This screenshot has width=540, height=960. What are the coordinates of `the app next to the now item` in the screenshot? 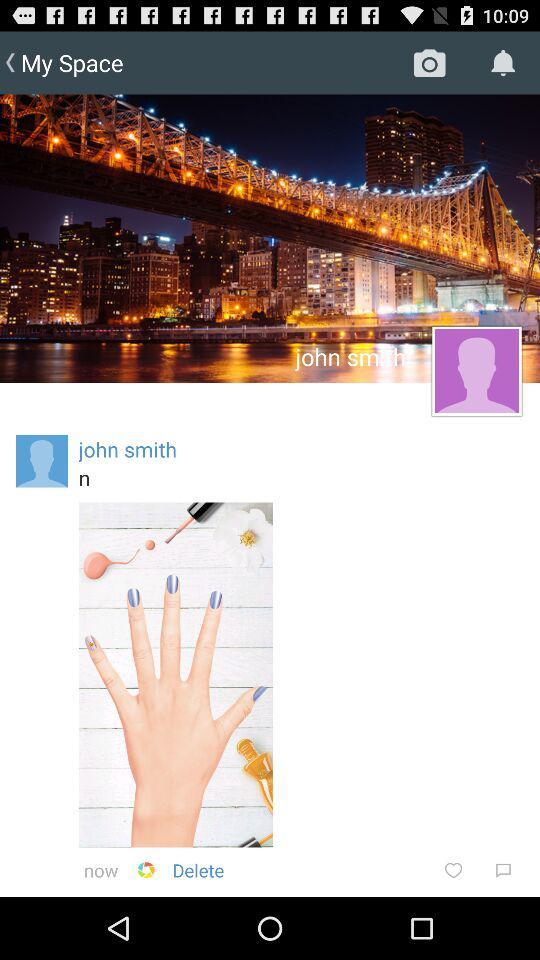 It's located at (145, 869).